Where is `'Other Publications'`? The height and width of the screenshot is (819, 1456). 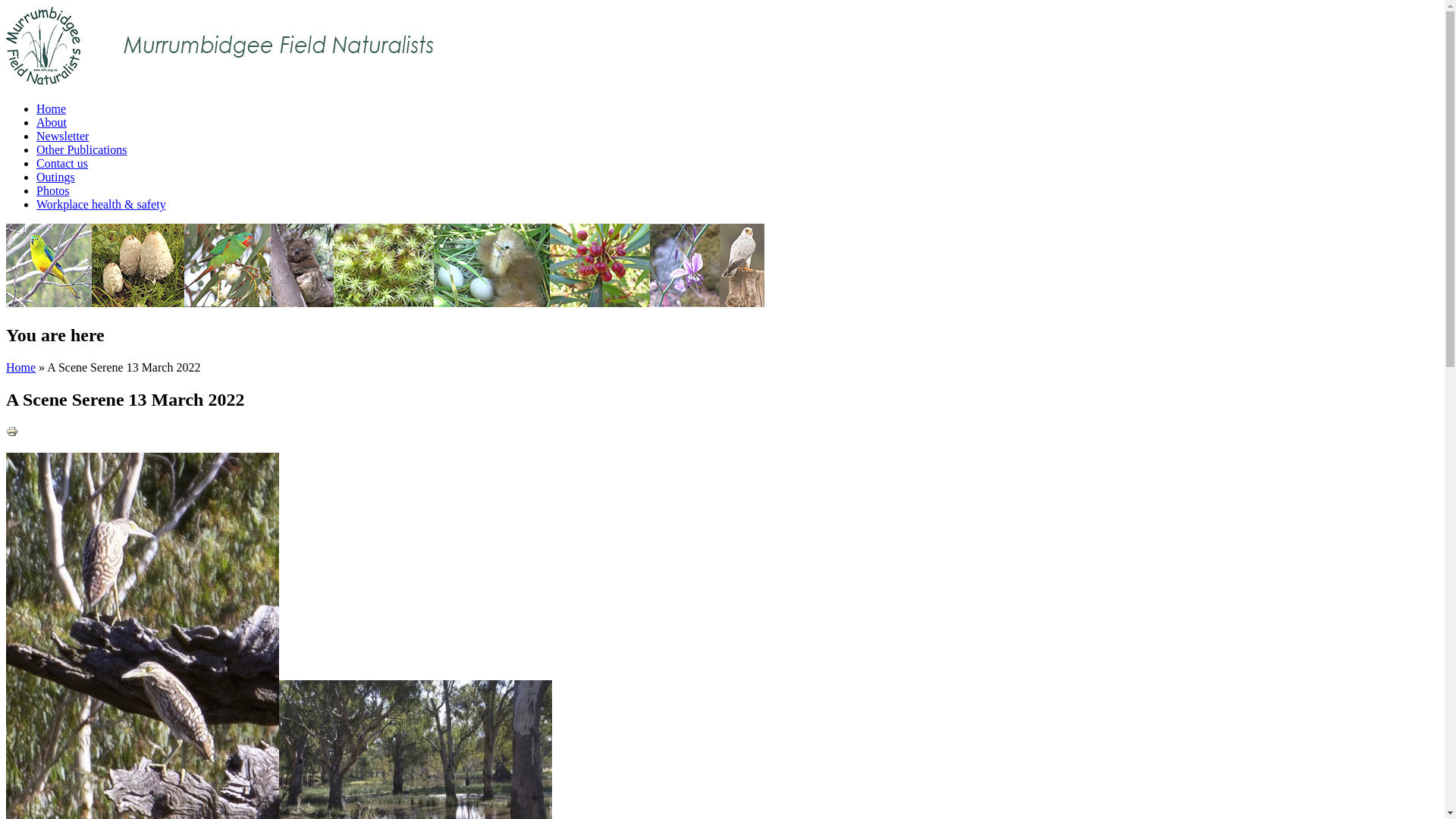
'Other Publications' is located at coordinates (80, 149).